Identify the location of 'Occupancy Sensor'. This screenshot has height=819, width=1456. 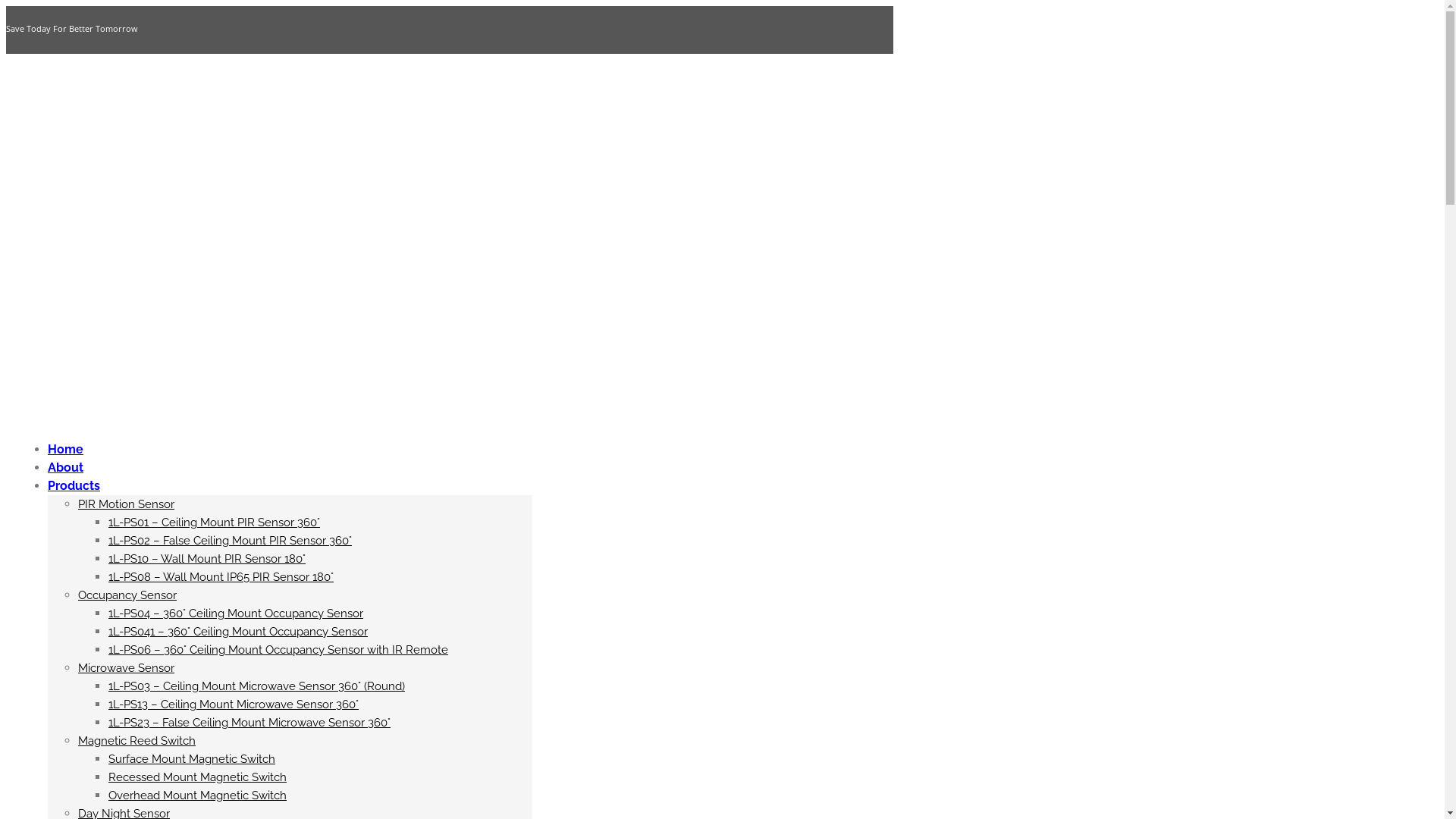
(127, 595).